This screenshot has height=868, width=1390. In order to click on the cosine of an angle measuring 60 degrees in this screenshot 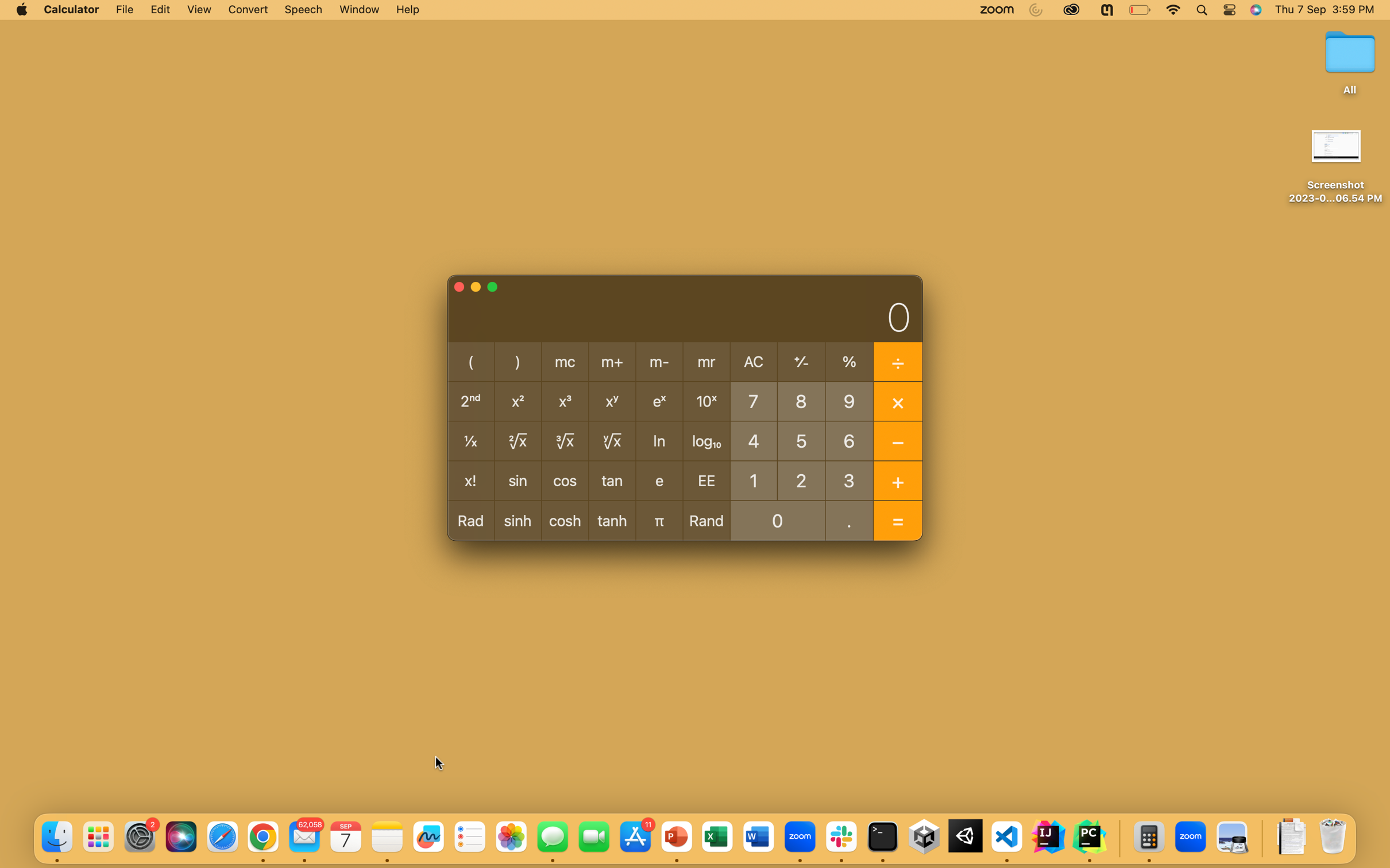, I will do `click(848, 440)`.